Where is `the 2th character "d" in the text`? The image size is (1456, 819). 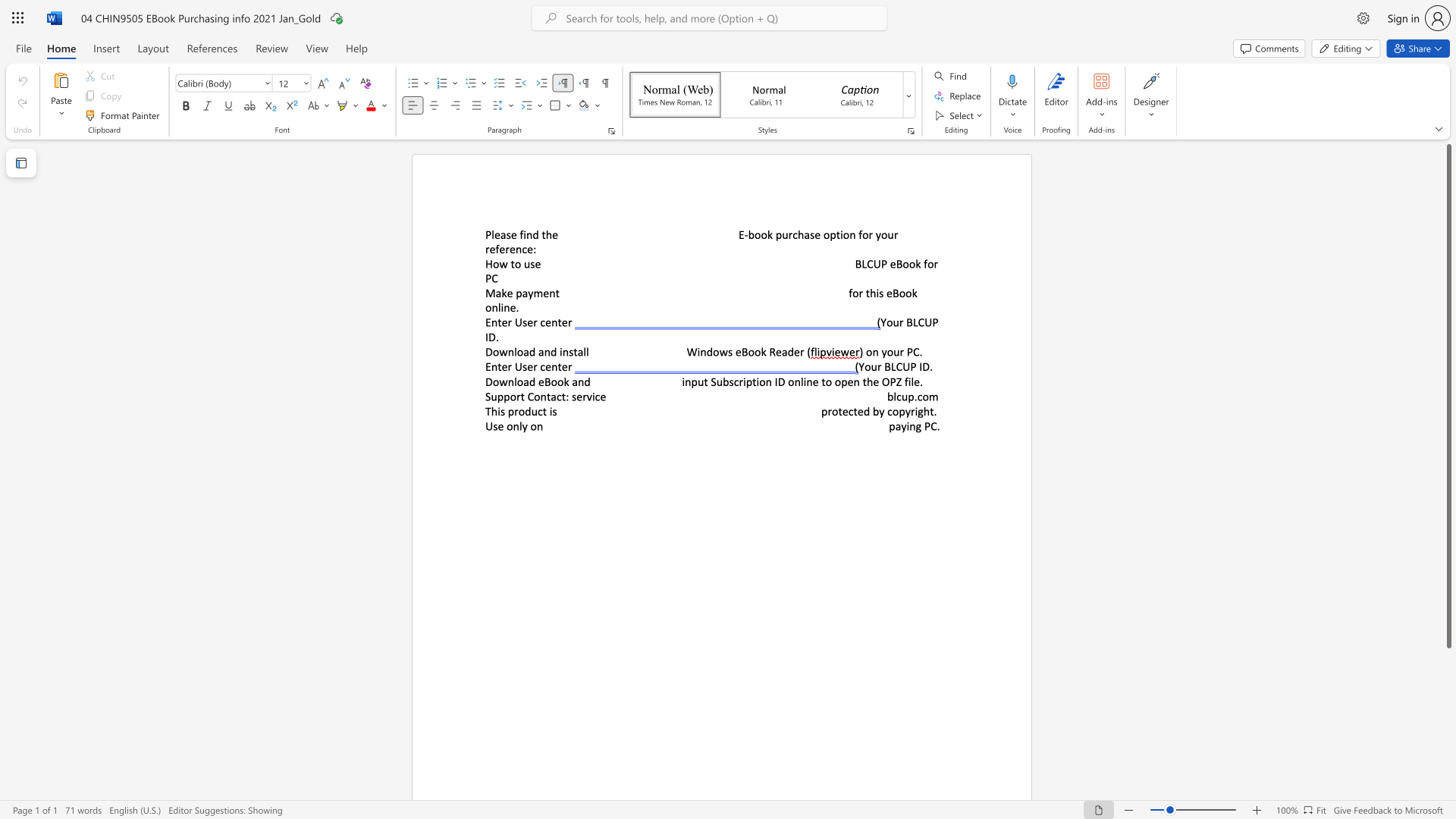
the 2th character "d" in the text is located at coordinates (789, 352).